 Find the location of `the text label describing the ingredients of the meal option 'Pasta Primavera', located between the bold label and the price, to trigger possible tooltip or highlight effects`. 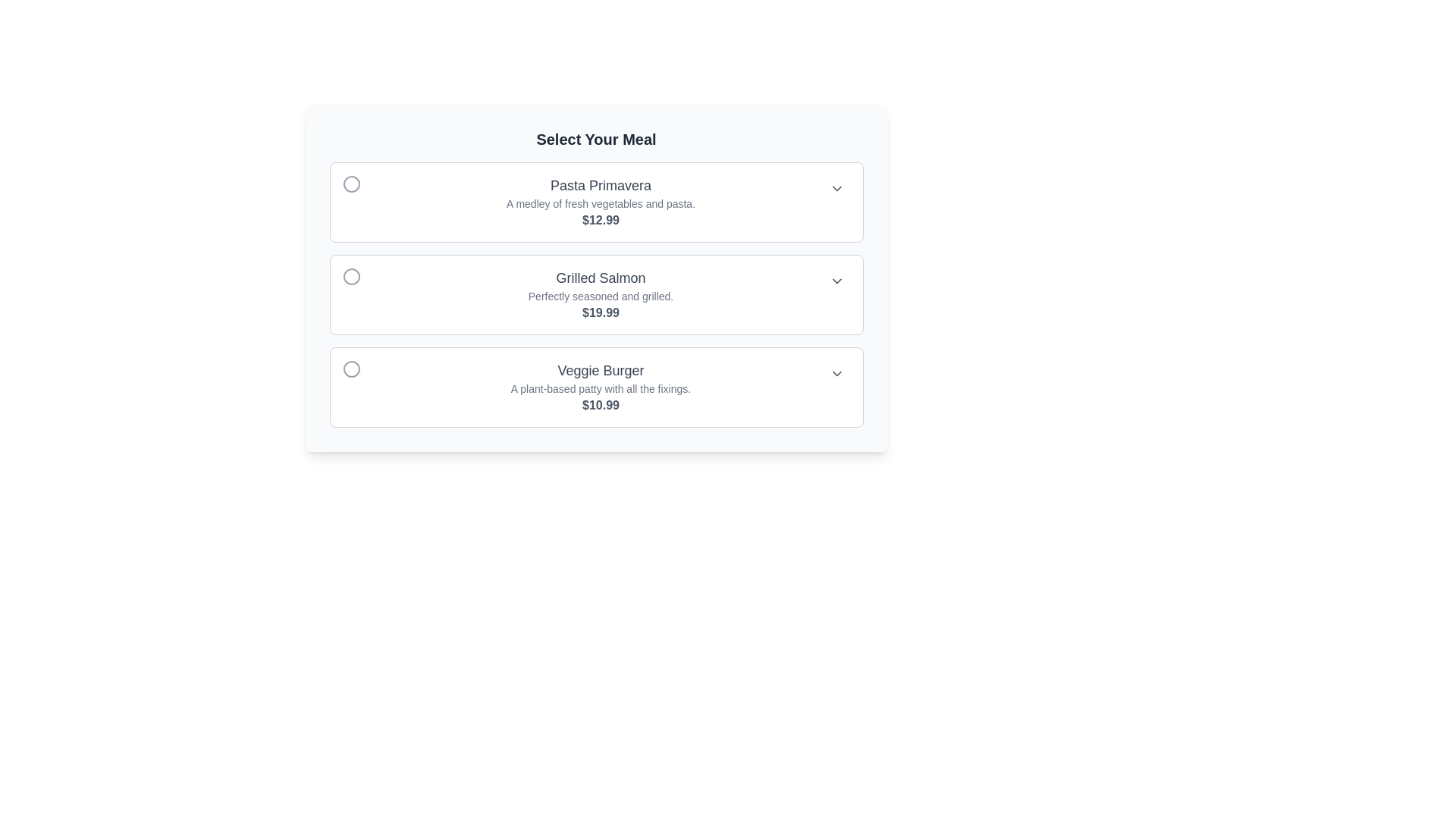

the text label describing the ingredients of the meal option 'Pasta Primavera', located between the bold label and the price, to trigger possible tooltip or highlight effects is located at coordinates (600, 203).